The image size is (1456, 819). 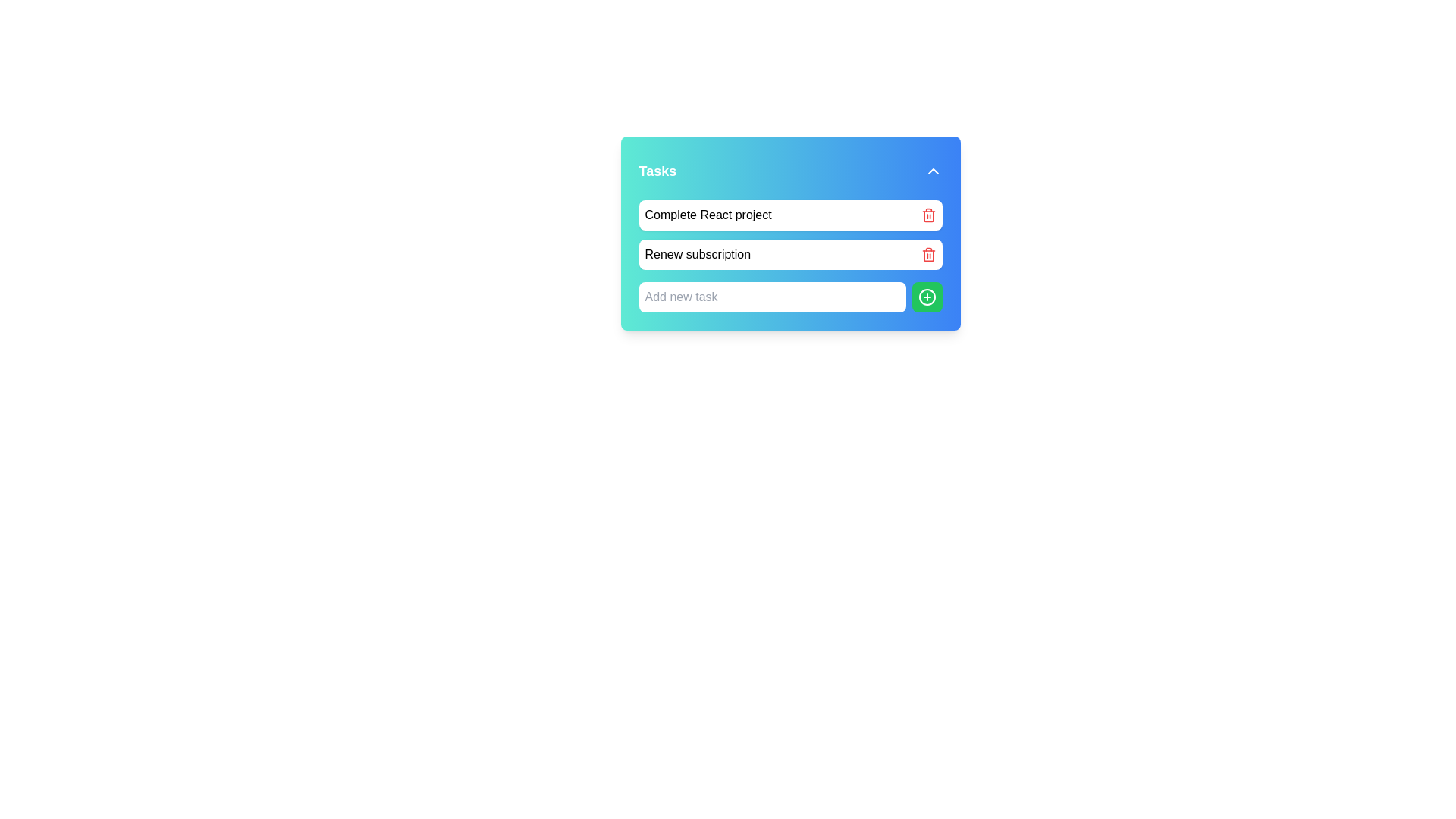 I want to click on the red trash bin icon button, so click(x=927, y=215).